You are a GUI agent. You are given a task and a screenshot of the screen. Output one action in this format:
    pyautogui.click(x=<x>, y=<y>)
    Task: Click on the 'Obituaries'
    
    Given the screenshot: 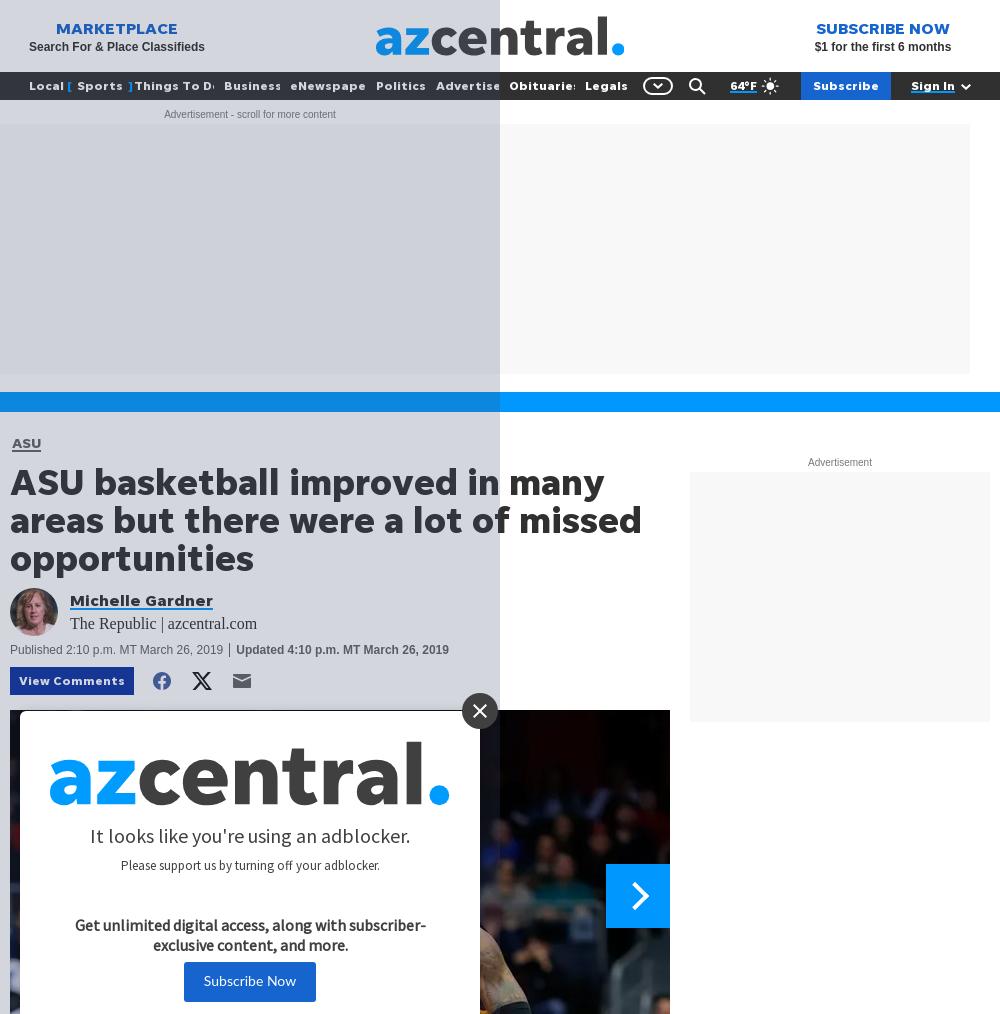 What is the action you would take?
    pyautogui.click(x=543, y=84)
    